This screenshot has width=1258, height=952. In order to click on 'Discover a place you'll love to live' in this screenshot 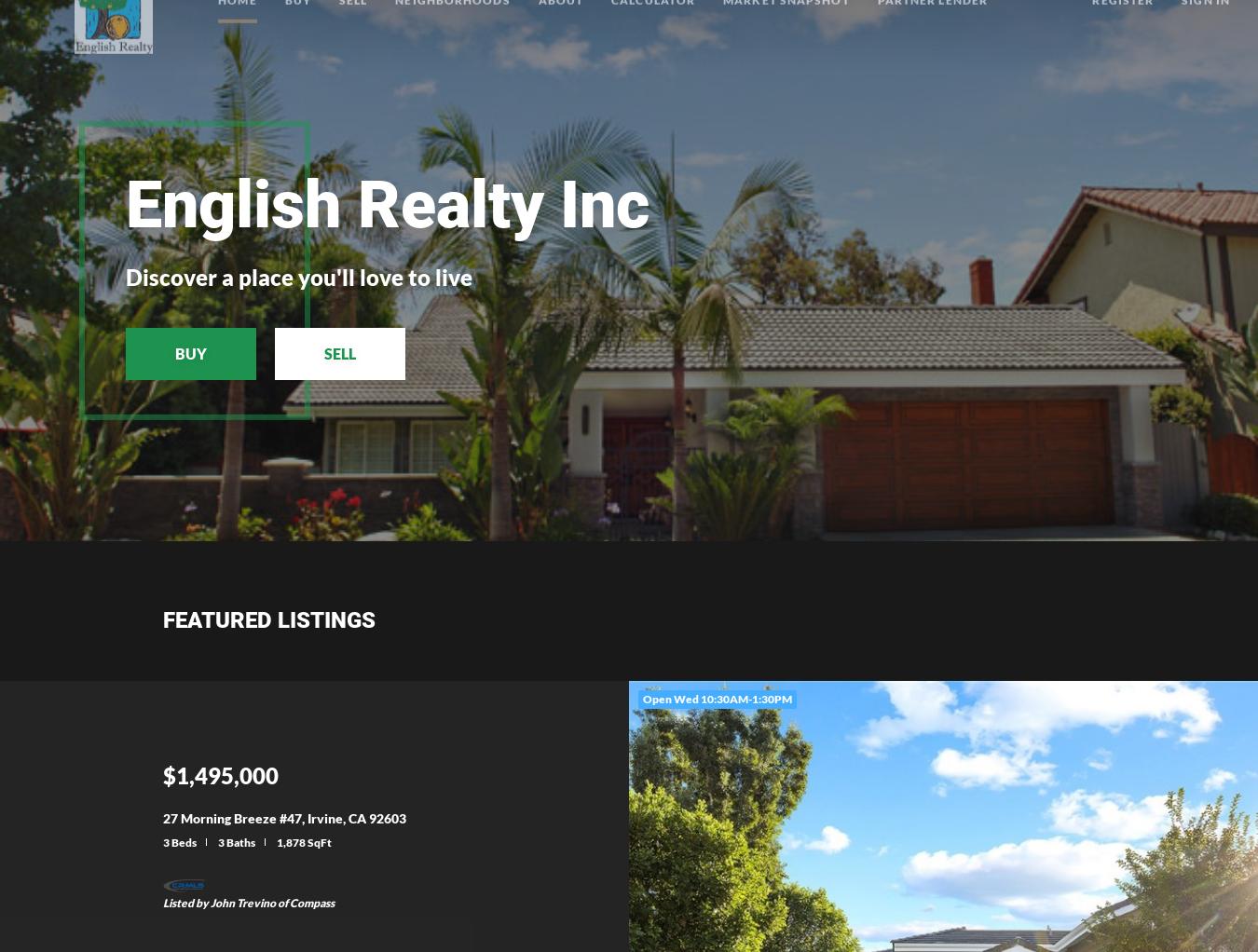, I will do `click(126, 275)`.